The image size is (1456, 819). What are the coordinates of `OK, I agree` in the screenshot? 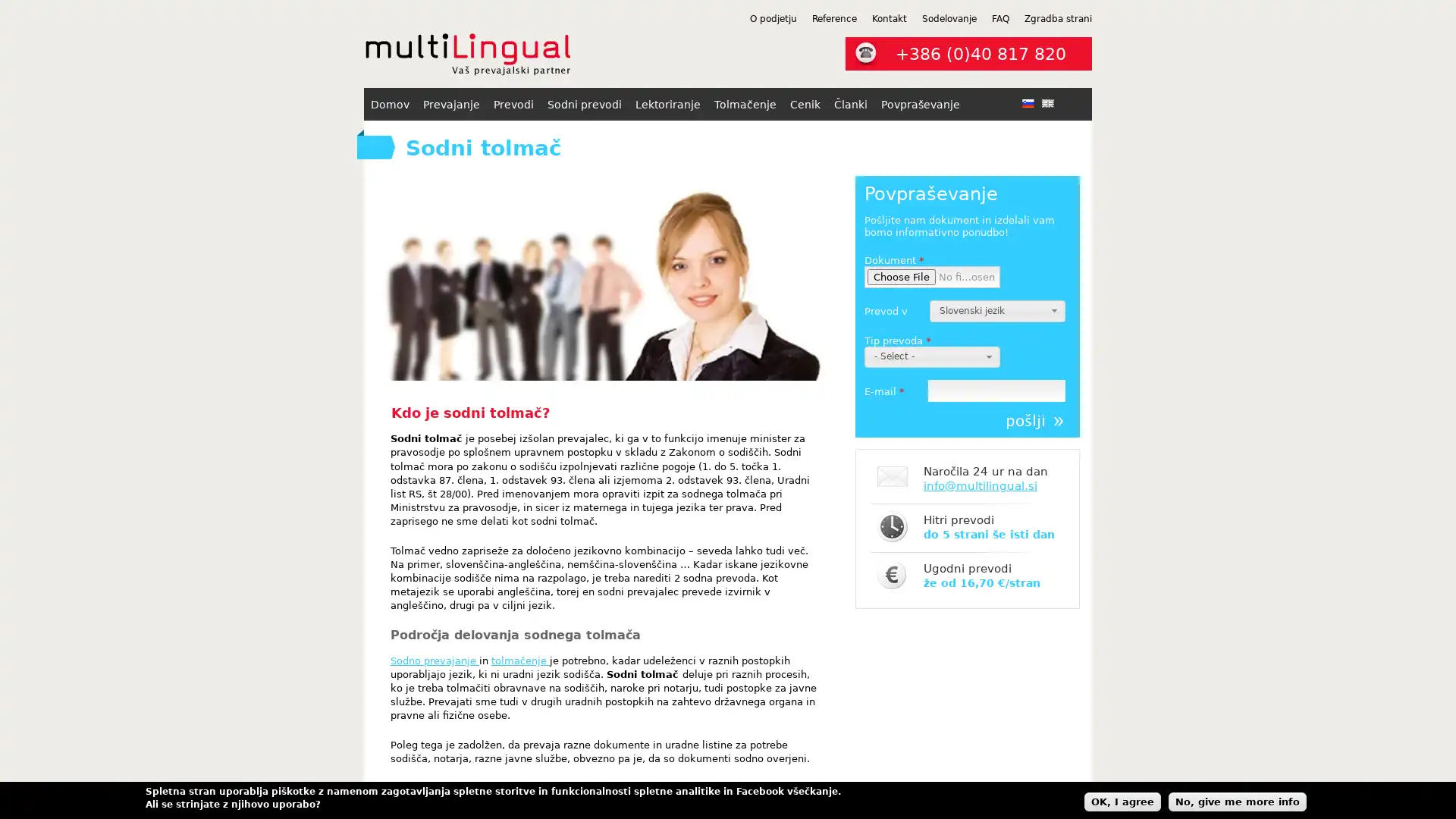 It's located at (1122, 800).